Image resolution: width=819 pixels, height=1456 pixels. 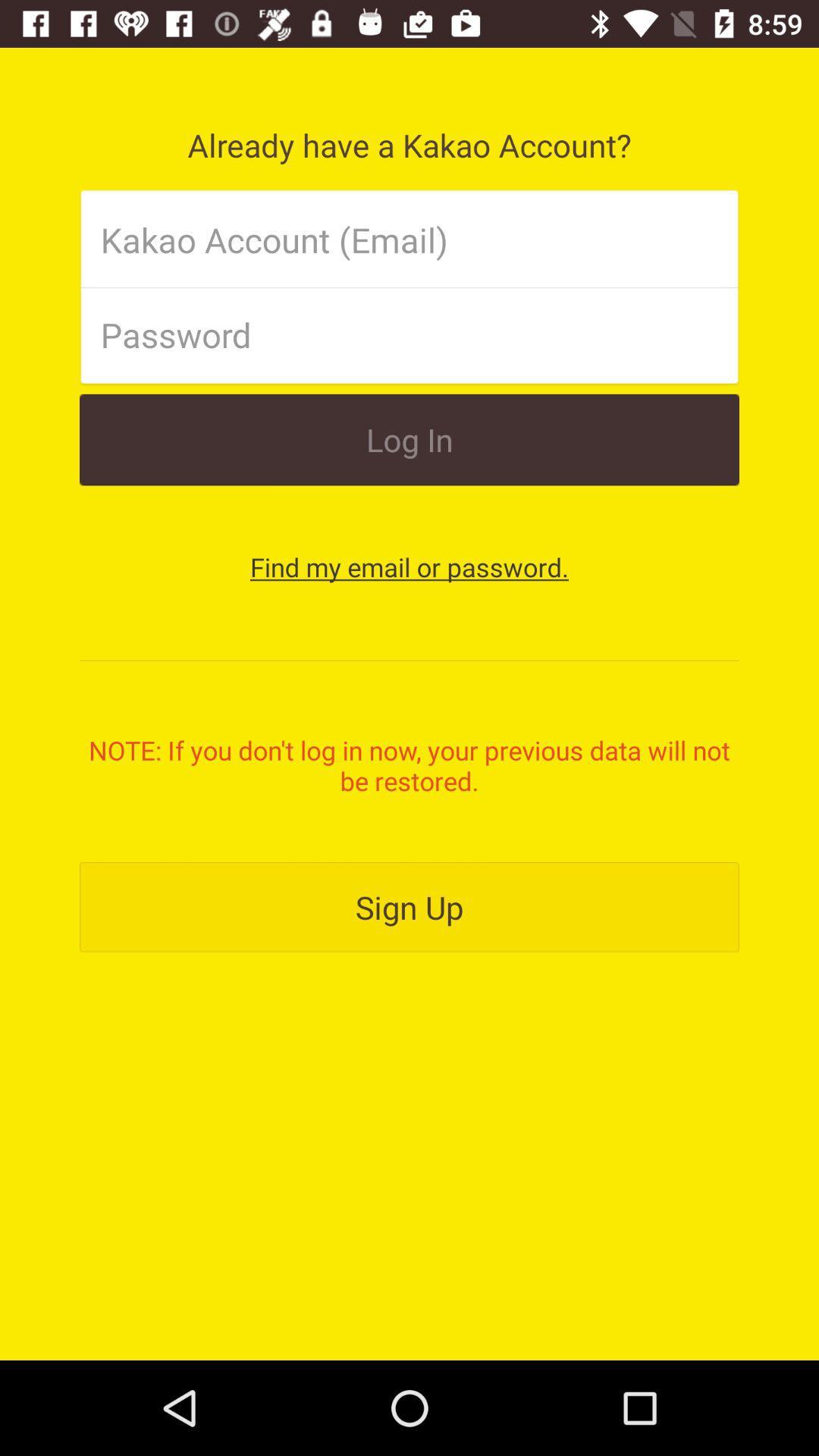 What do you see at coordinates (409, 907) in the screenshot?
I see `item below the note if you icon` at bounding box center [409, 907].